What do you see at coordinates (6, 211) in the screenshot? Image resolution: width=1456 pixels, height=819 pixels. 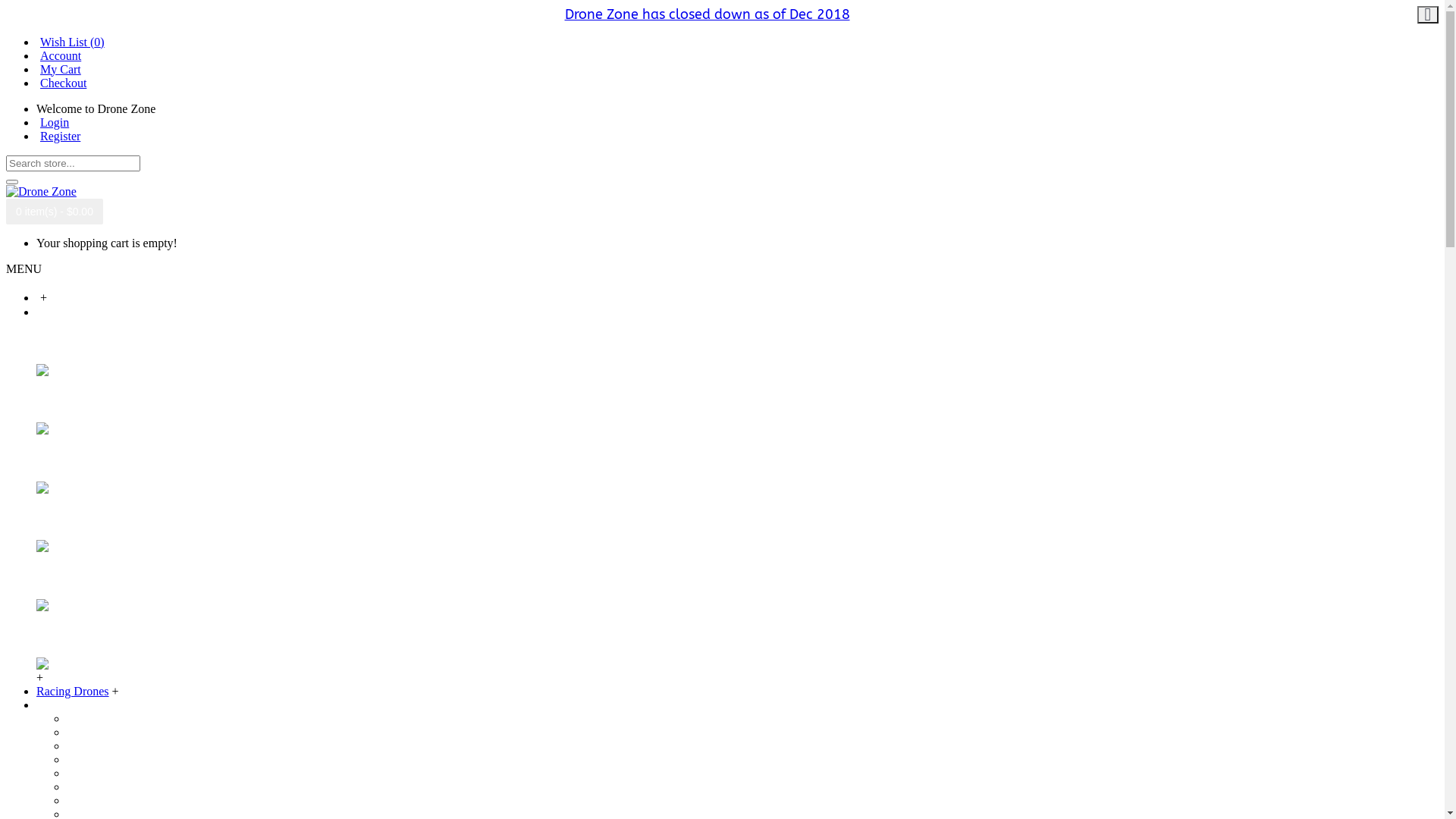 I see `'0 item(s) - $0.00'` at bounding box center [6, 211].